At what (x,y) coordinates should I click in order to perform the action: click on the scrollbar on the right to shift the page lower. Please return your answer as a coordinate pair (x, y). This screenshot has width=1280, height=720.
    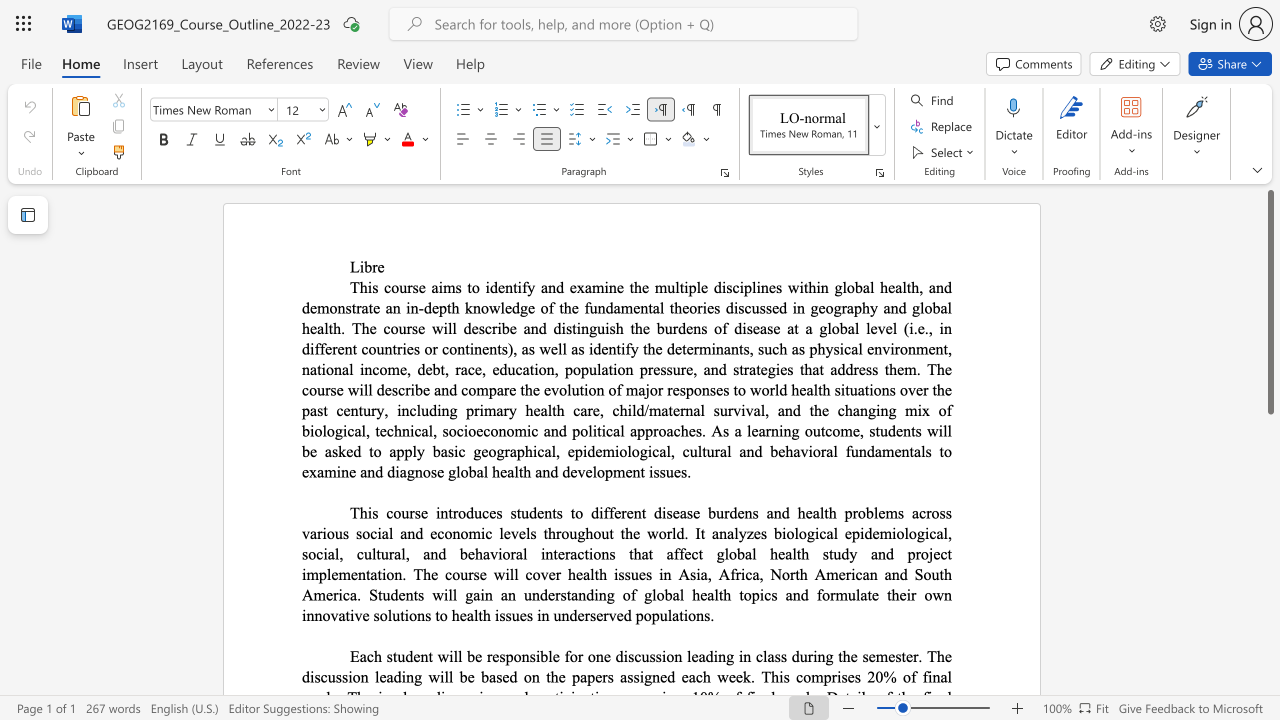
    Looking at the image, I should click on (1269, 580).